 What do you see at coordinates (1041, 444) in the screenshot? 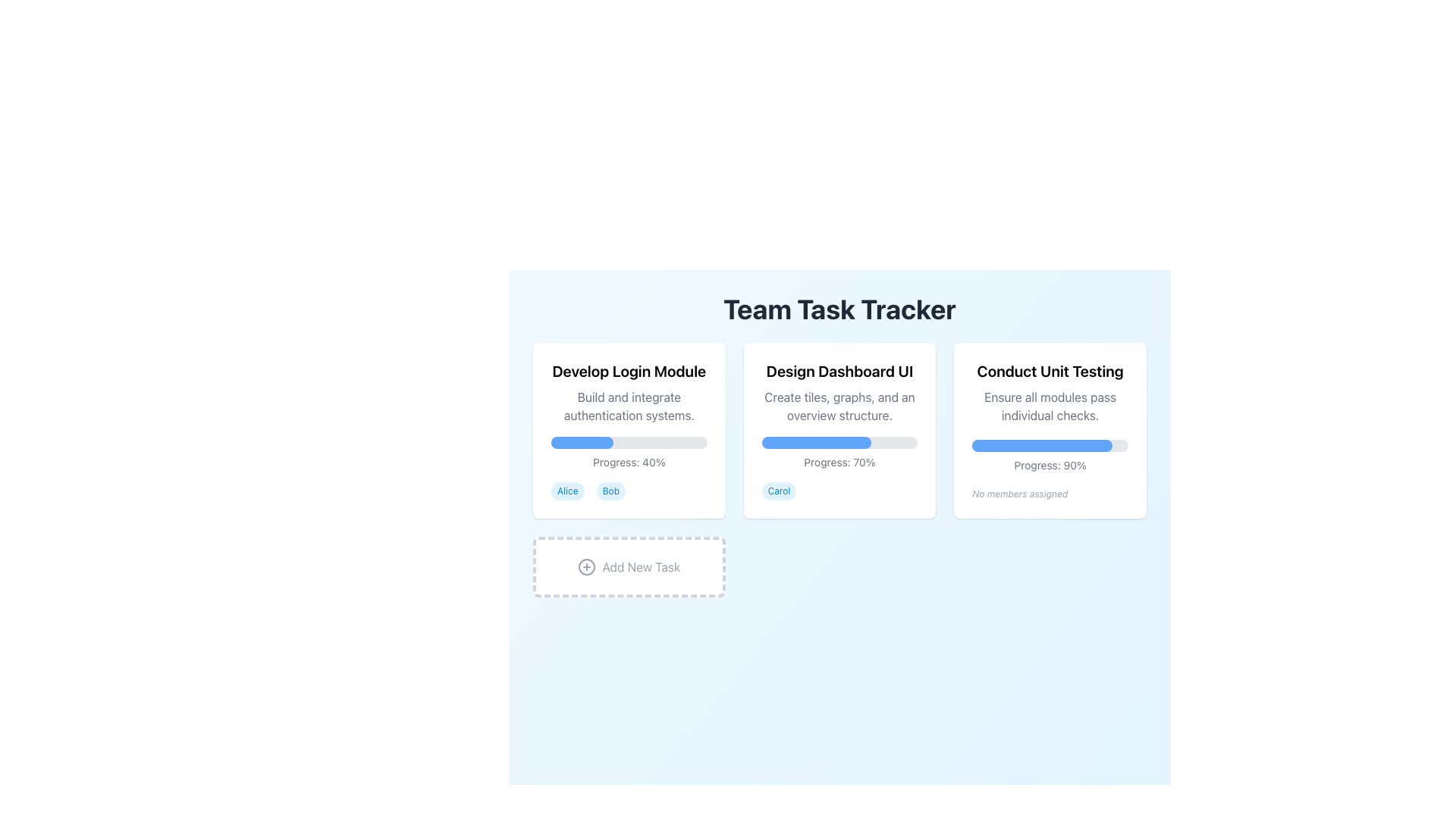
I see `the horizontal blue progress bar in the 'Conduct Unit Testing' task card, which is styled with rounded ends and gradient shading` at bounding box center [1041, 444].